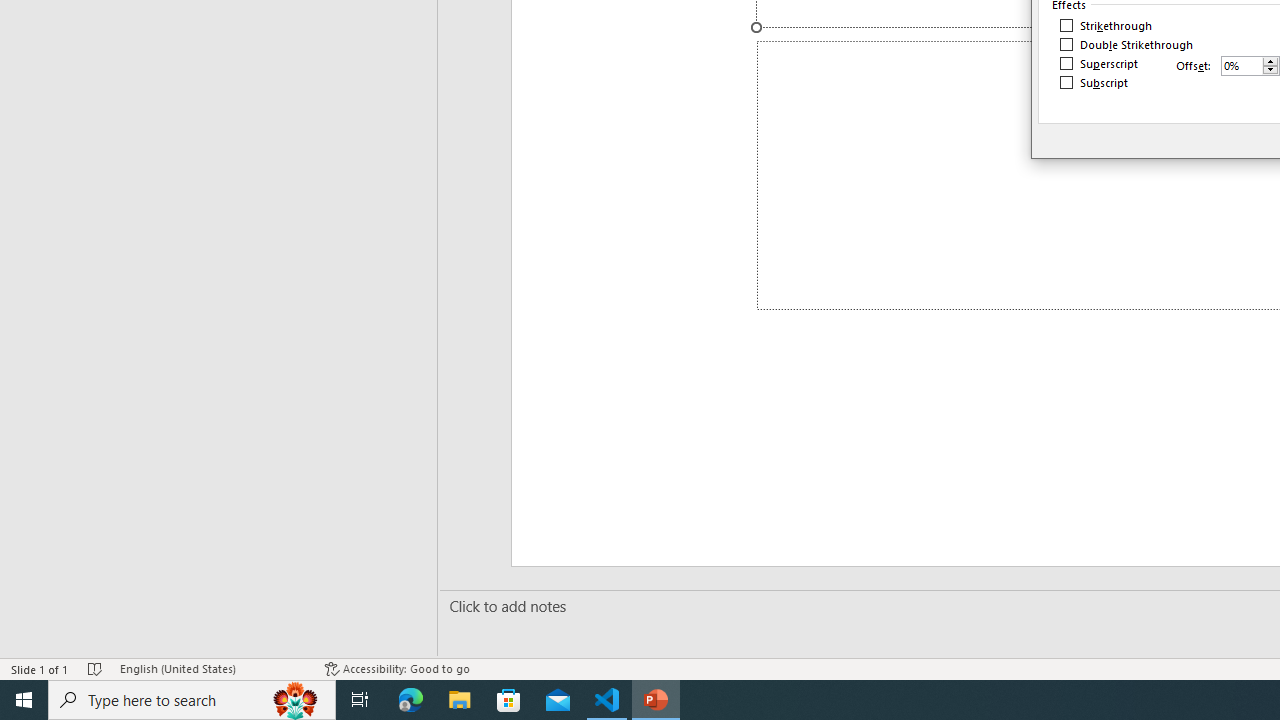 The image size is (1280, 720). Describe the element at coordinates (294, 698) in the screenshot. I see `'Search highlights icon opens search home window'` at that location.